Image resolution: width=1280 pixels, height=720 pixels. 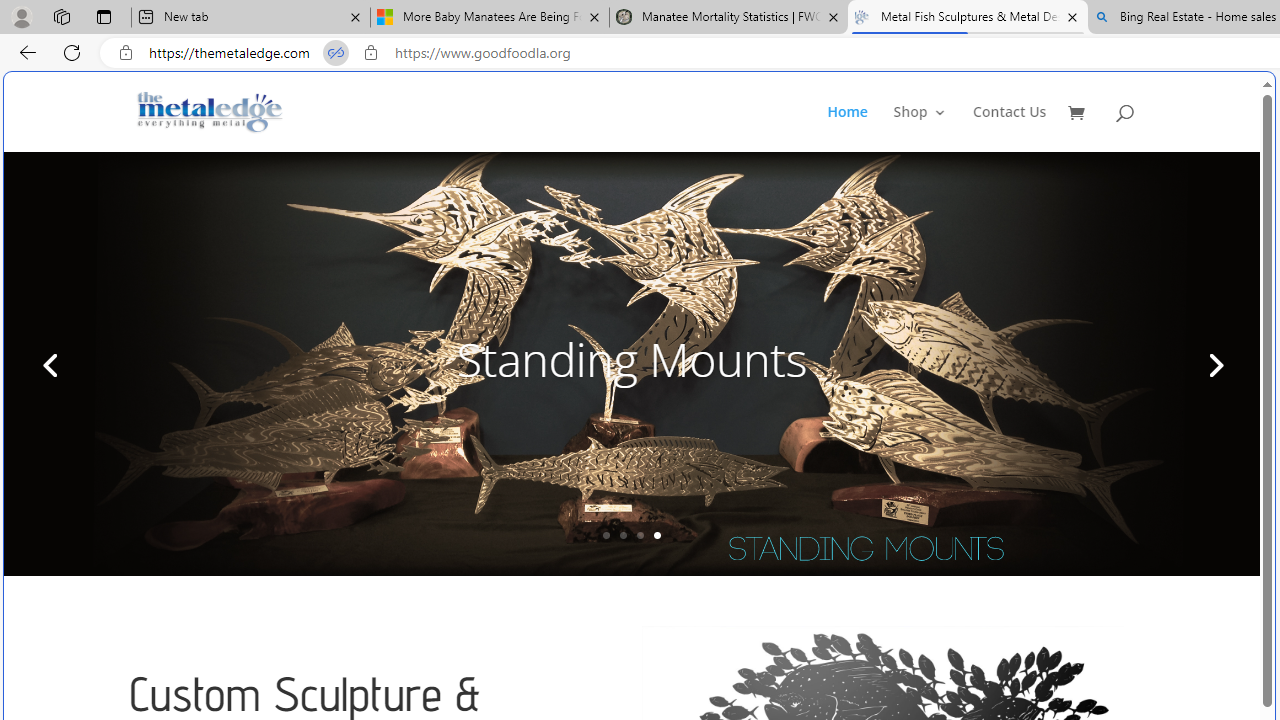 I want to click on 'Tabs in split screen', so click(x=336, y=52).